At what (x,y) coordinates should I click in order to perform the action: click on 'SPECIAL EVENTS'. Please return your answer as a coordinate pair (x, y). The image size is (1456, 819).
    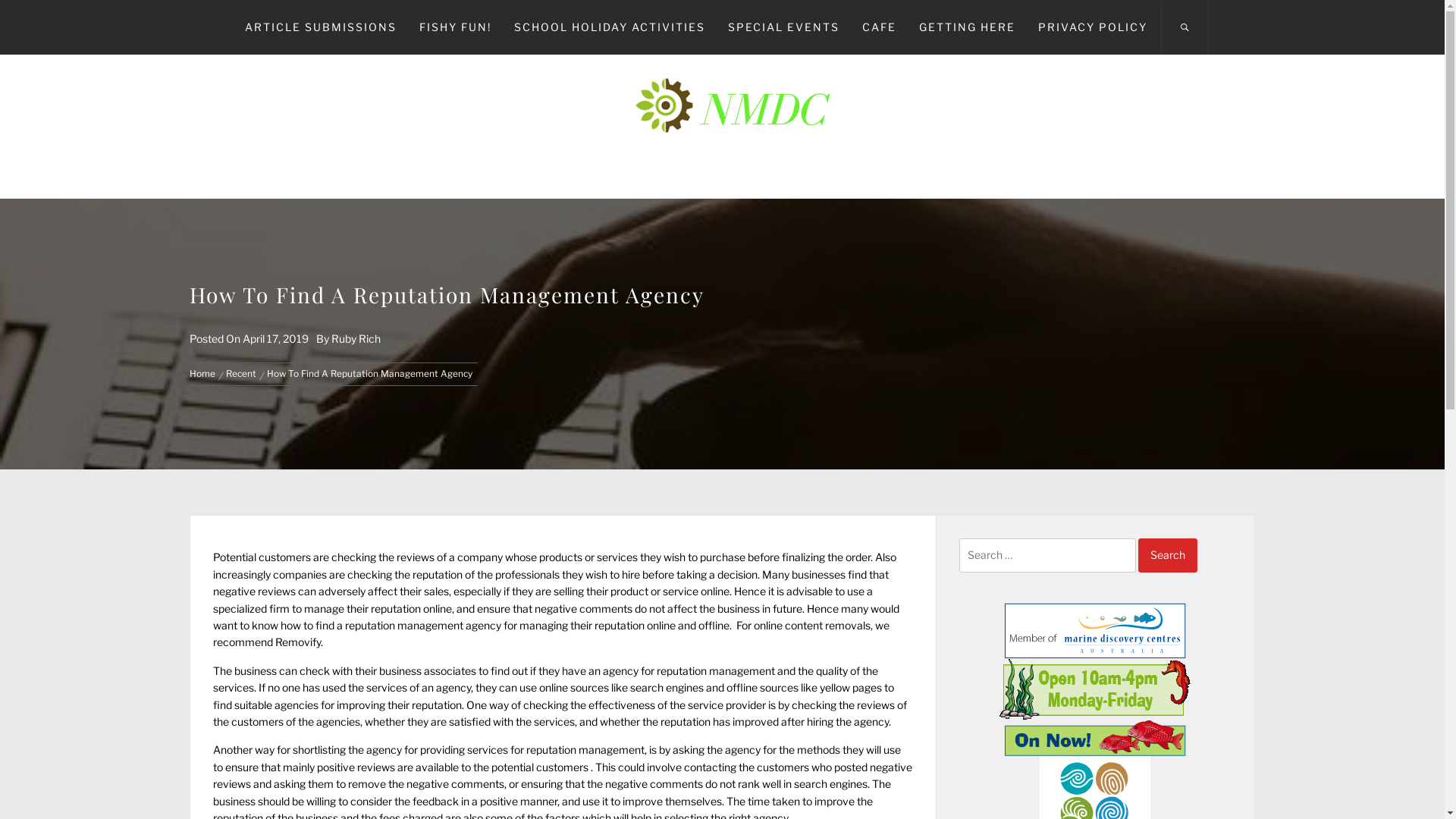
    Looking at the image, I should click on (715, 27).